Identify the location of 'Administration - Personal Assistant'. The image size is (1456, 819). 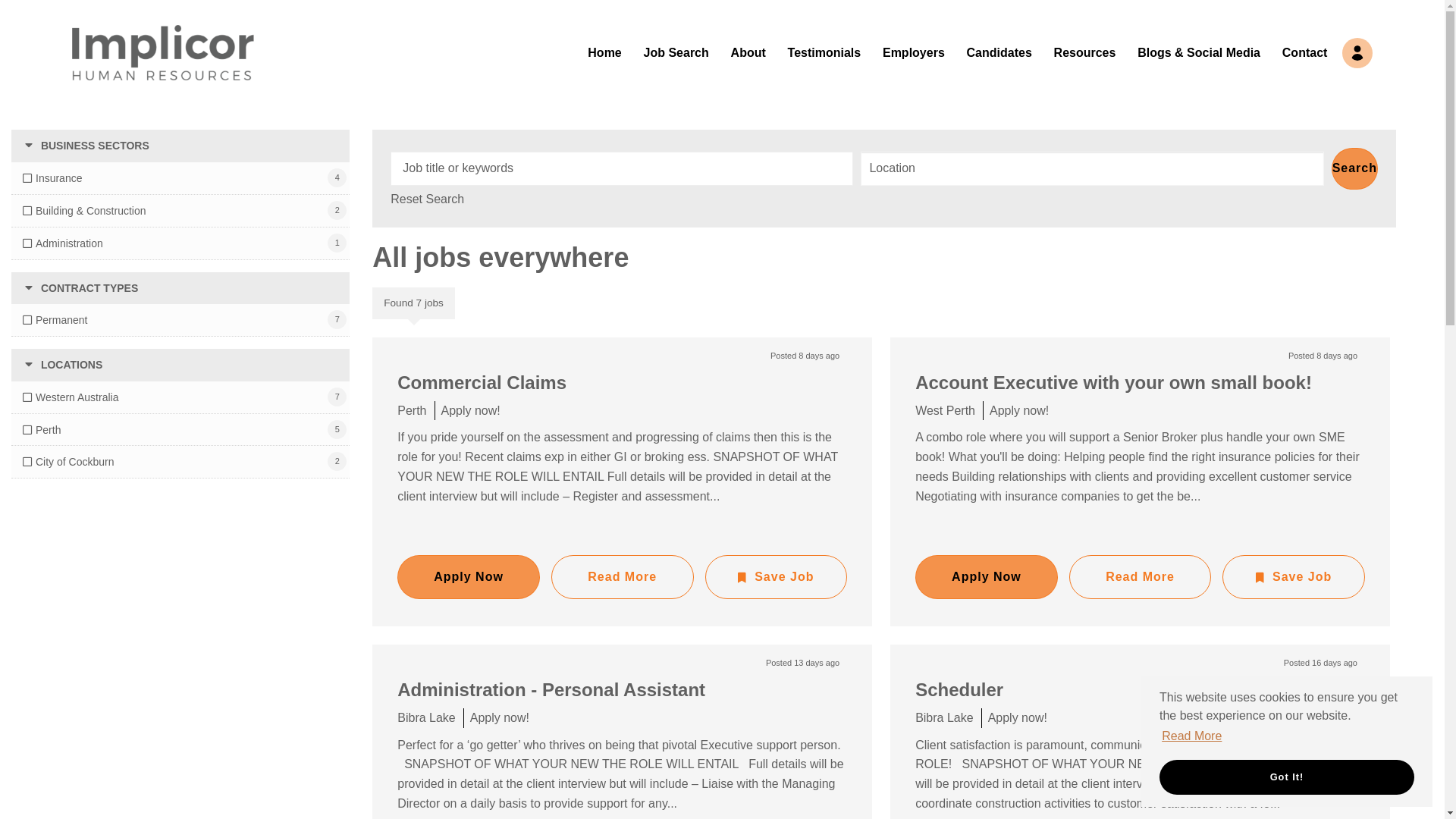
(550, 689).